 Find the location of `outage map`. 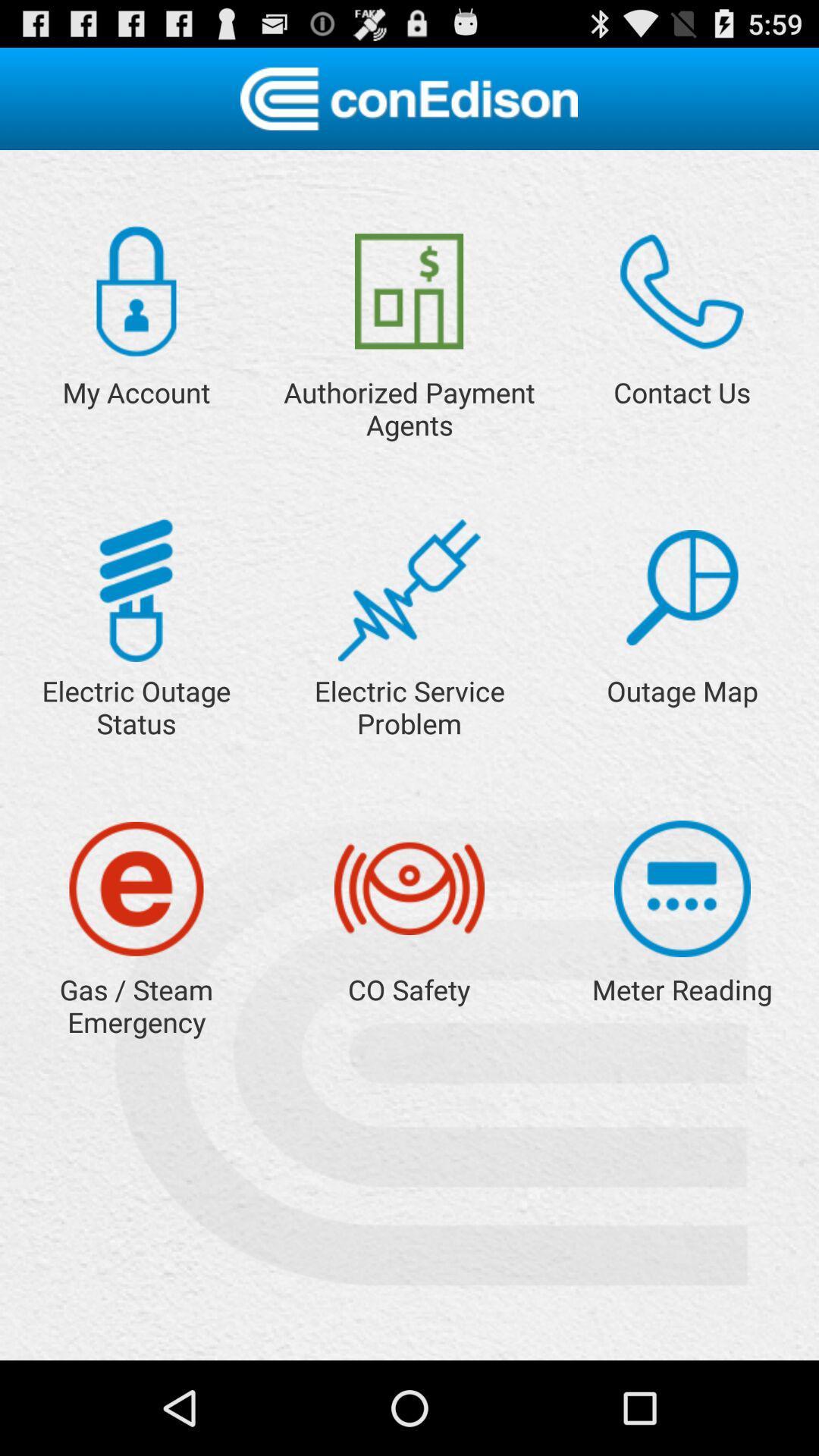

outage map is located at coordinates (681, 587).